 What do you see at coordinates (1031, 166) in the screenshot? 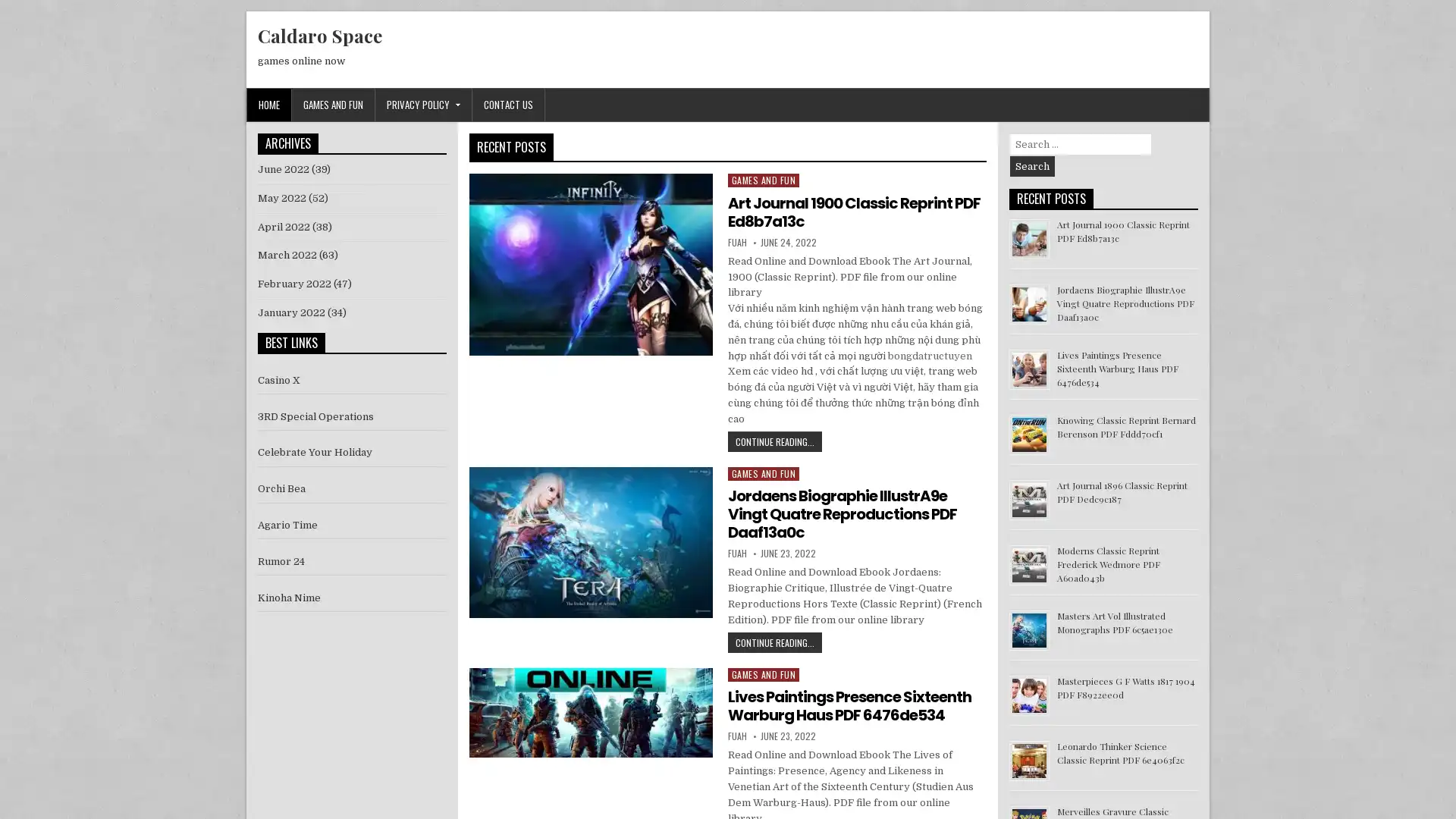
I see `Search` at bounding box center [1031, 166].